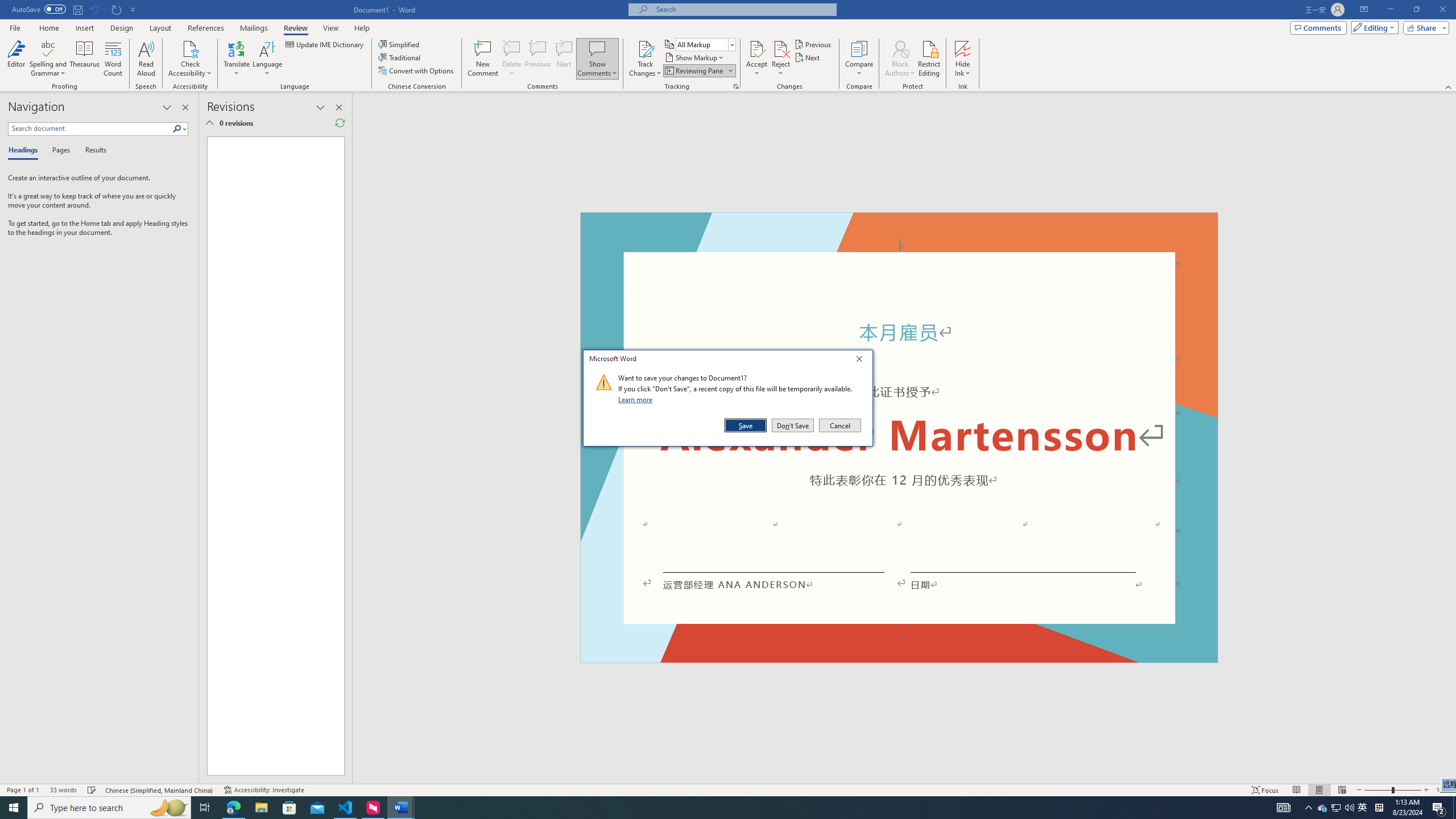 This screenshot has height=819, width=1456. I want to click on 'Can', so click(93, 9).